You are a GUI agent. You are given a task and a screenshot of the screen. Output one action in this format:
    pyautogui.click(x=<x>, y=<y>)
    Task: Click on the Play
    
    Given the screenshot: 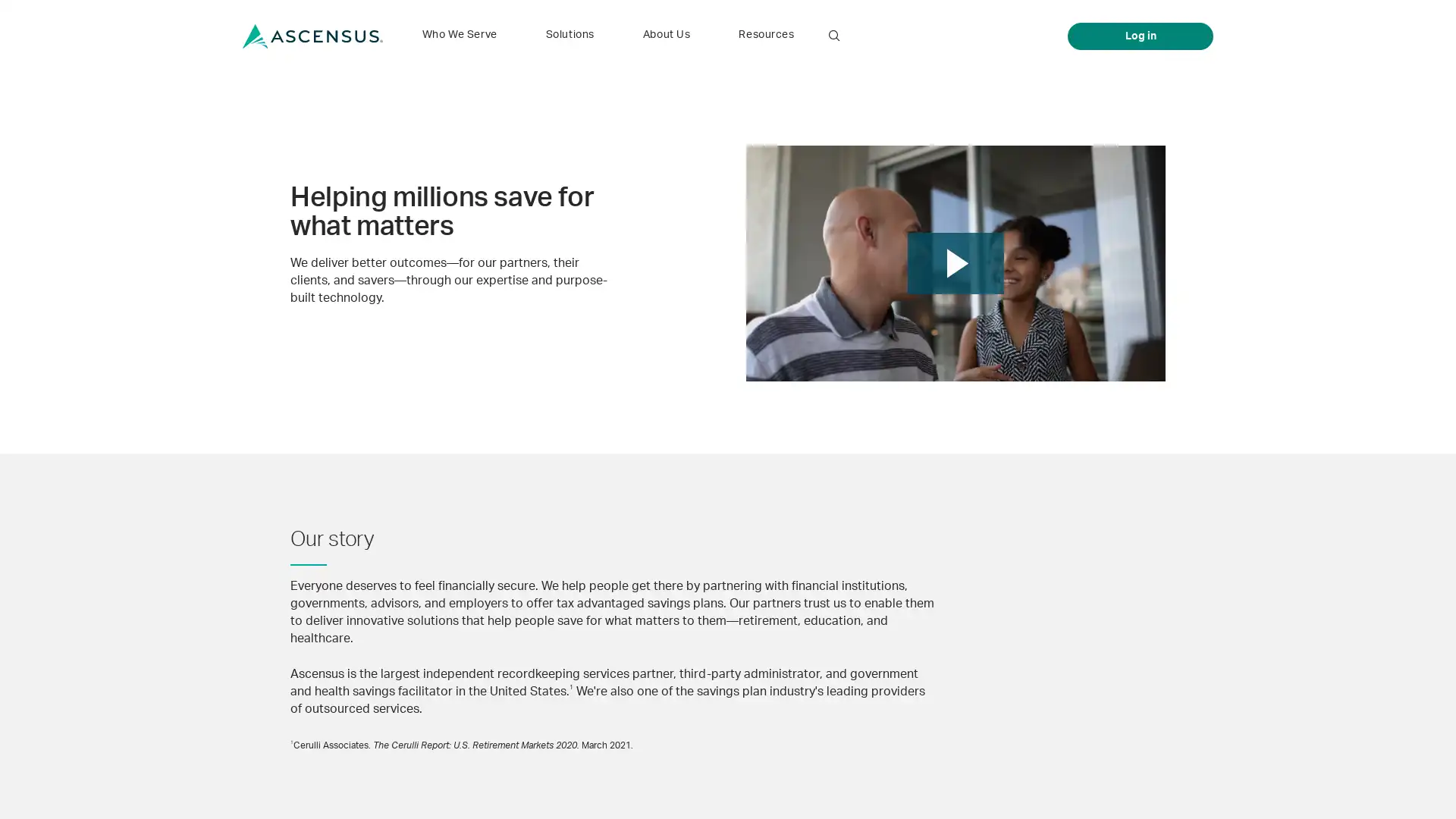 What is the action you would take?
    pyautogui.click(x=955, y=262)
    